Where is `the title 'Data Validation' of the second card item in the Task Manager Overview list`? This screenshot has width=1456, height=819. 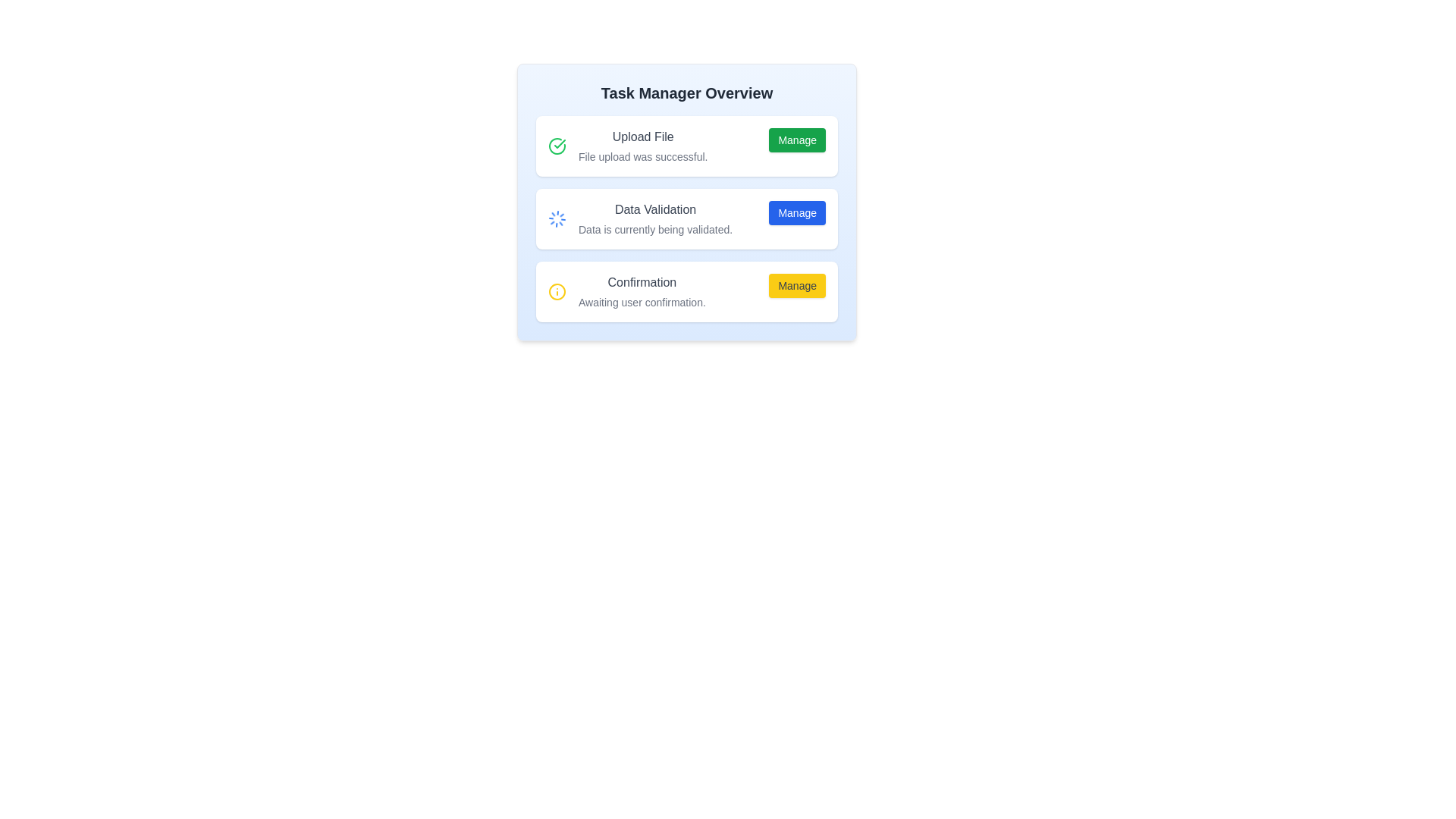
the title 'Data Validation' of the second card item in the Task Manager Overview list is located at coordinates (686, 219).